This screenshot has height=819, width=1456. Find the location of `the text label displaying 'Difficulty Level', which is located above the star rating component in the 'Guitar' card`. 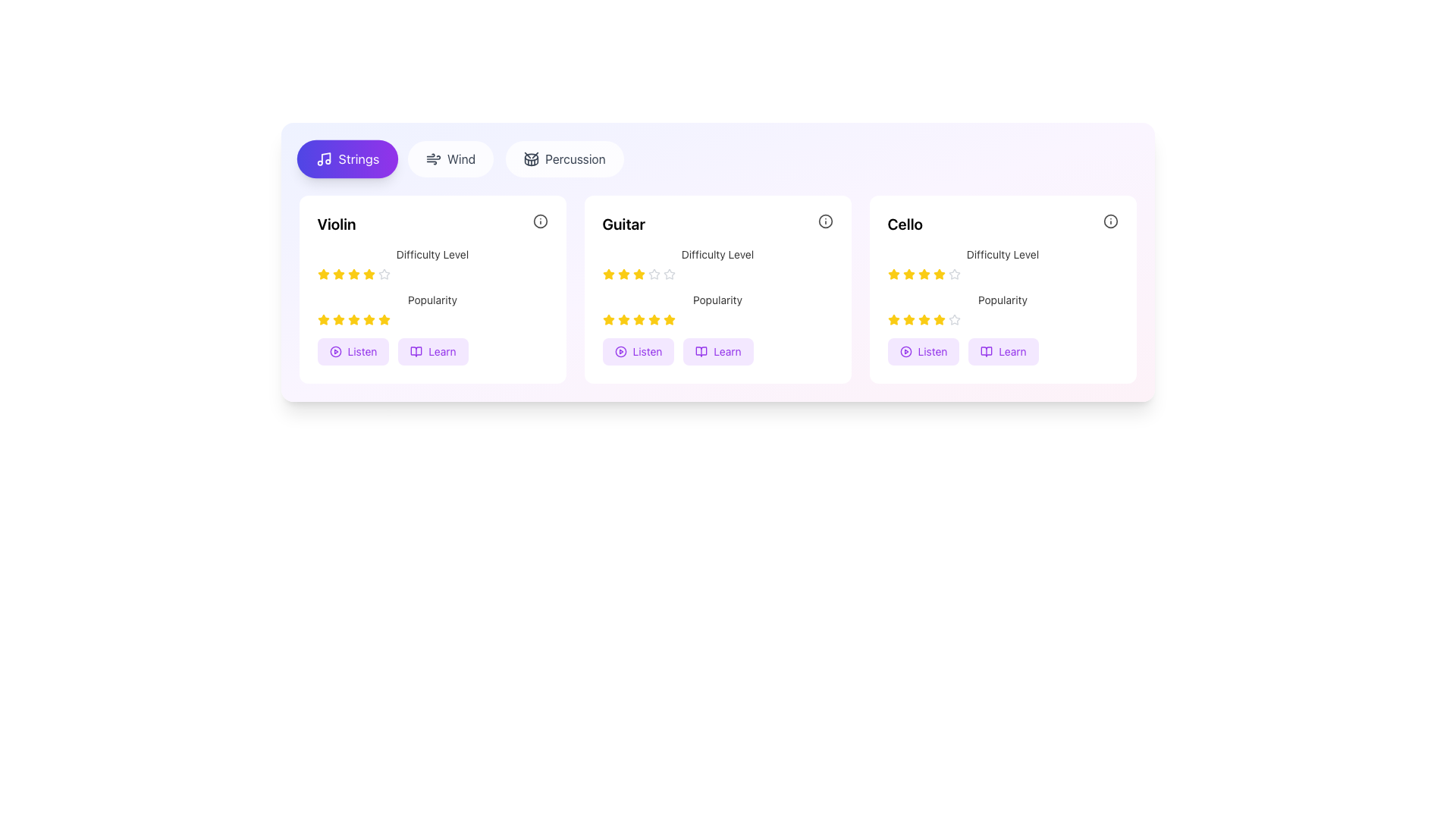

the text label displaying 'Difficulty Level', which is located above the star rating component in the 'Guitar' card is located at coordinates (717, 253).